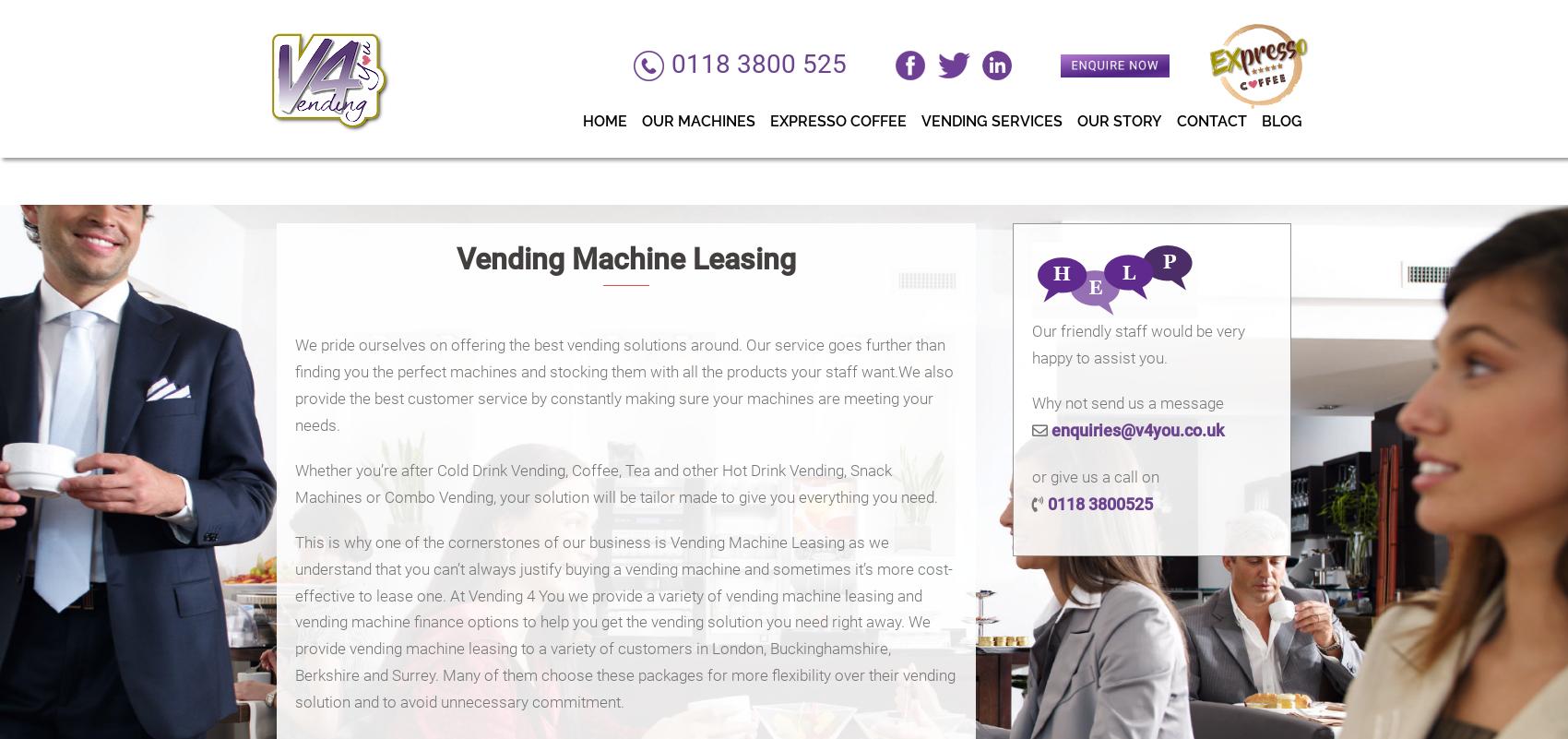 This screenshot has width=1568, height=739. What do you see at coordinates (1031, 403) in the screenshot?
I see `'Why not send us a message'` at bounding box center [1031, 403].